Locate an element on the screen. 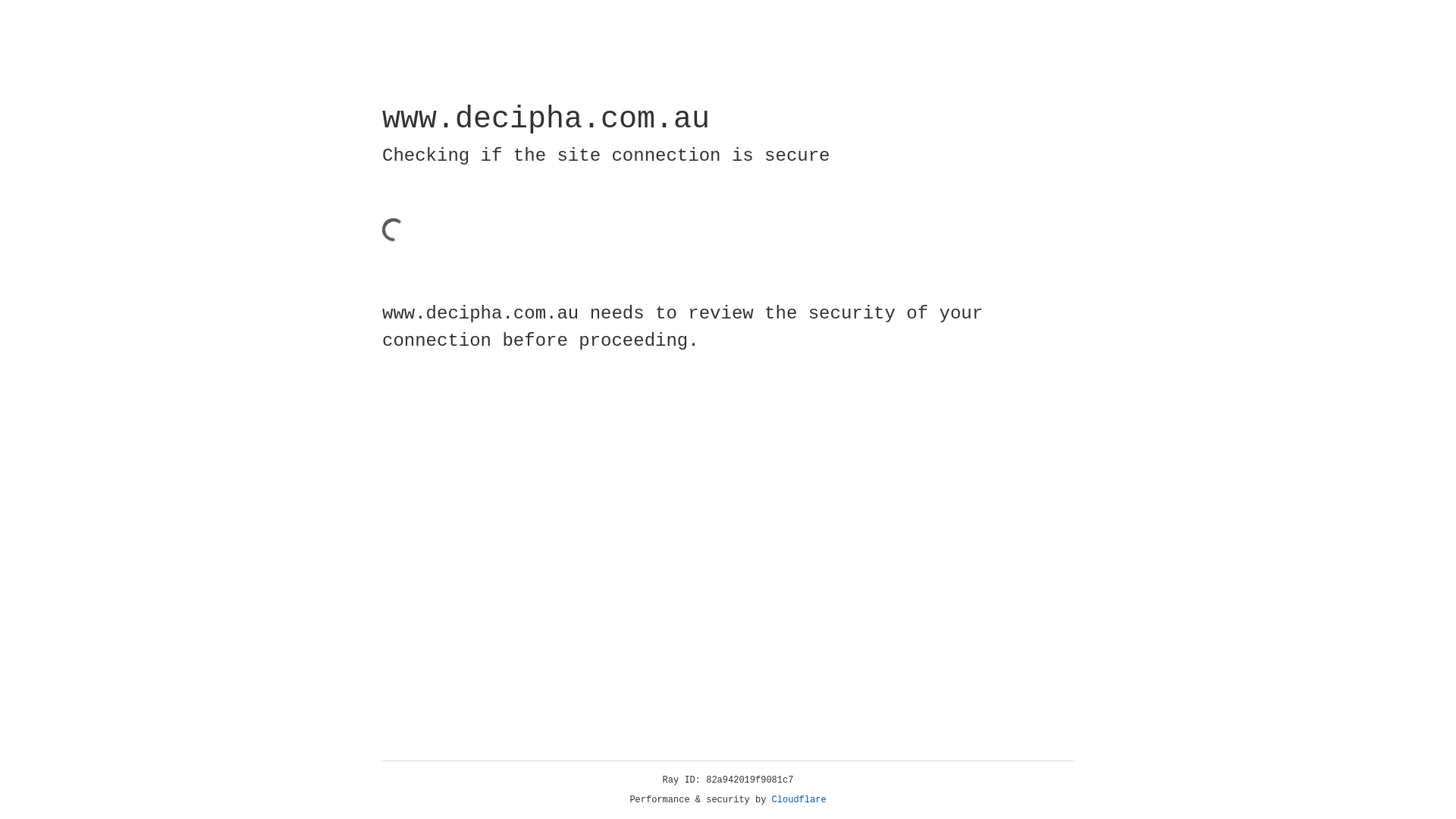 The image size is (1456, 819). 'Cloudflare' is located at coordinates (799, 799).